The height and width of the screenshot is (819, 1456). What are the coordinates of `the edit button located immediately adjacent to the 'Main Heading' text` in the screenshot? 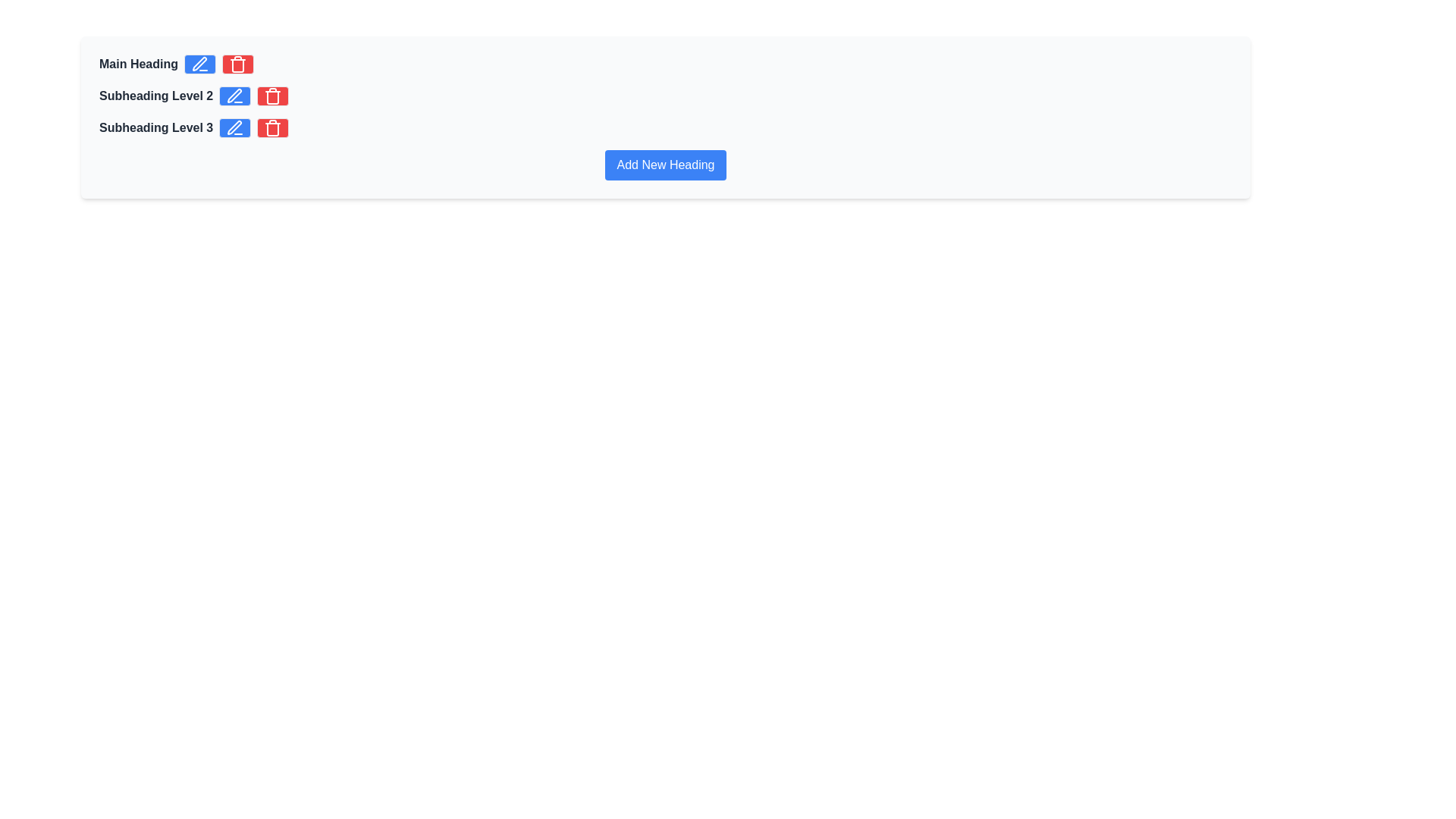 It's located at (199, 63).